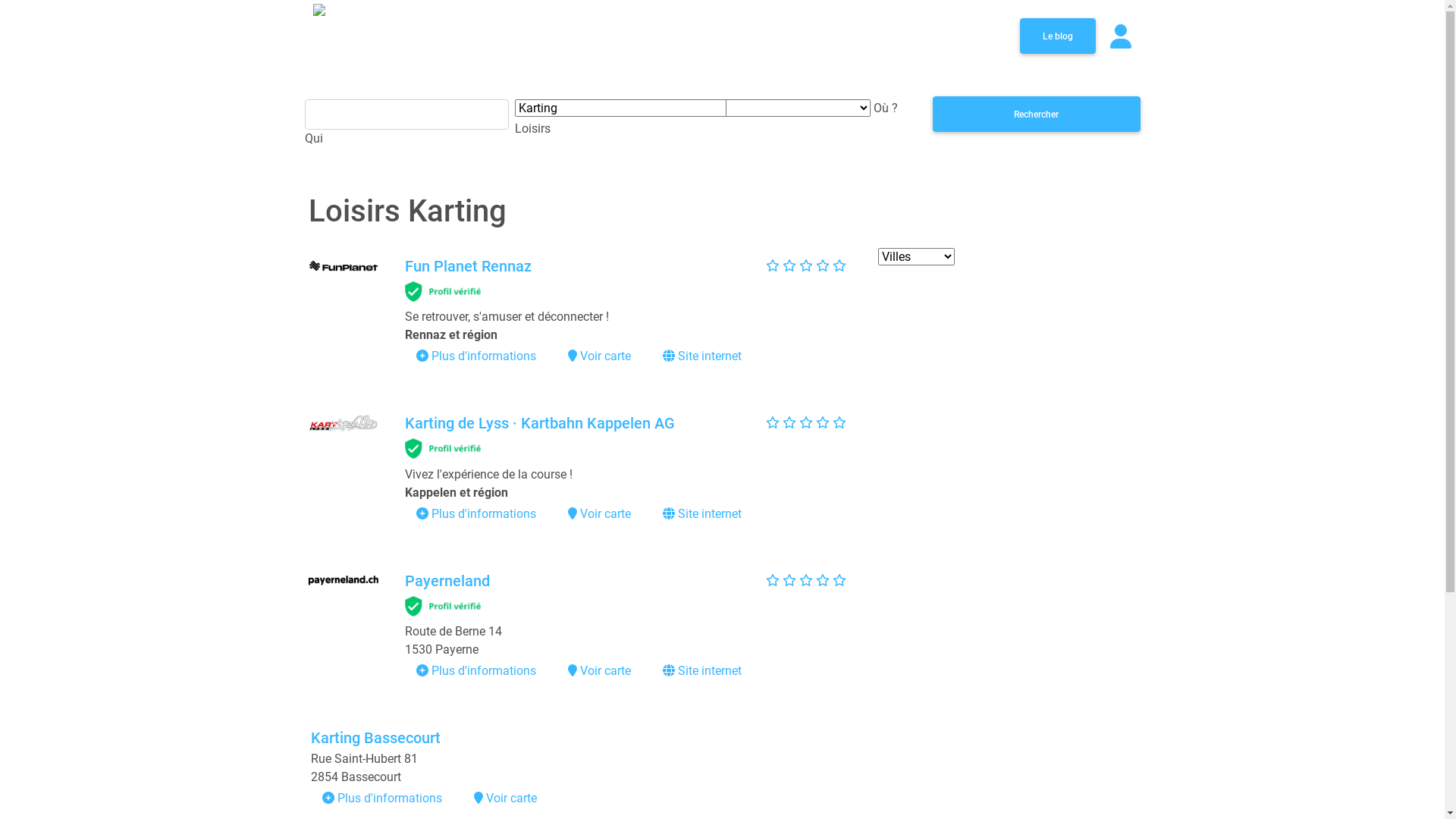 This screenshot has height=819, width=1456. I want to click on 'Payerneland', so click(447, 580).